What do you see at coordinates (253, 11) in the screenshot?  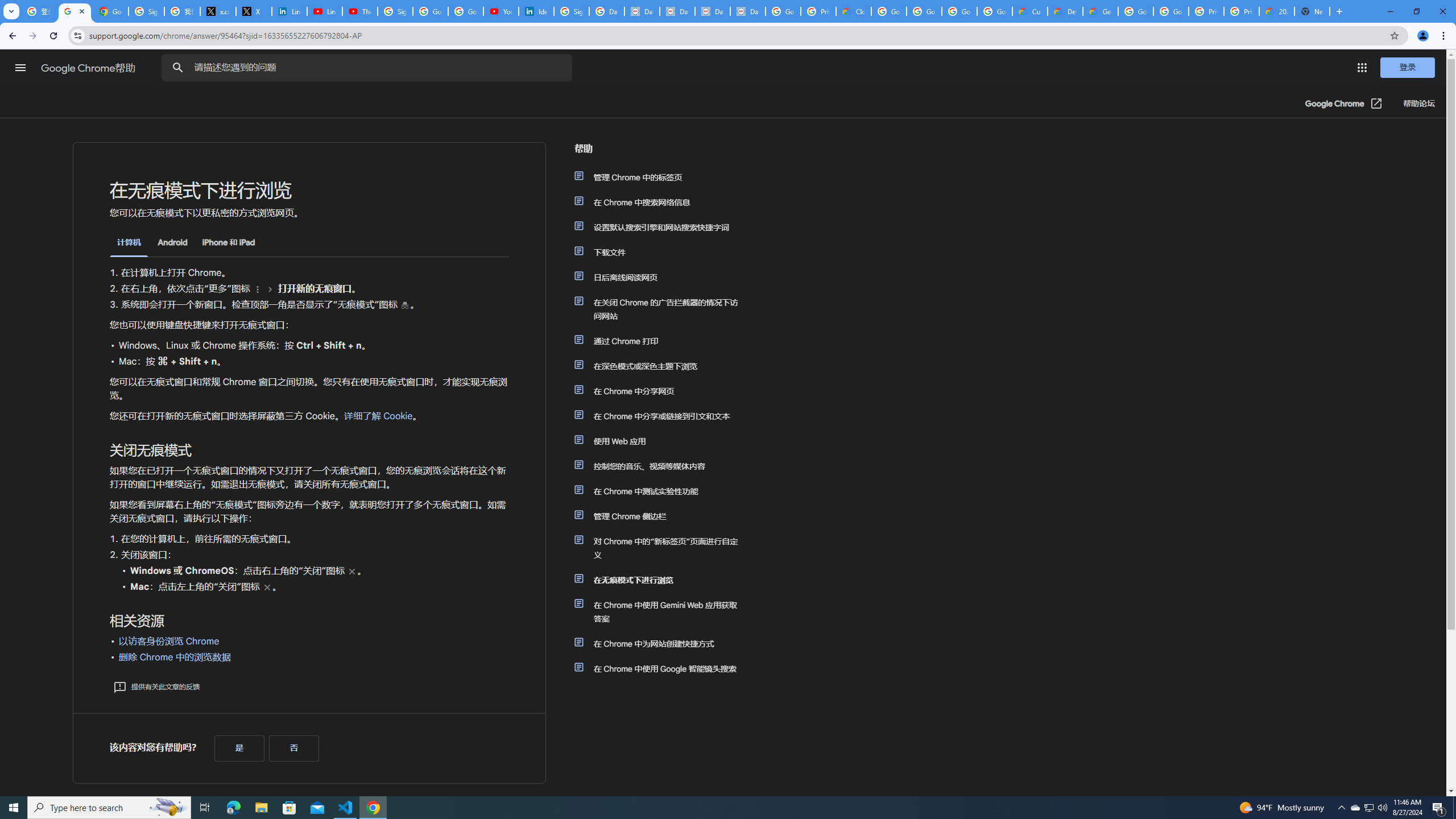 I see `'X'` at bounding box center [253, 11].